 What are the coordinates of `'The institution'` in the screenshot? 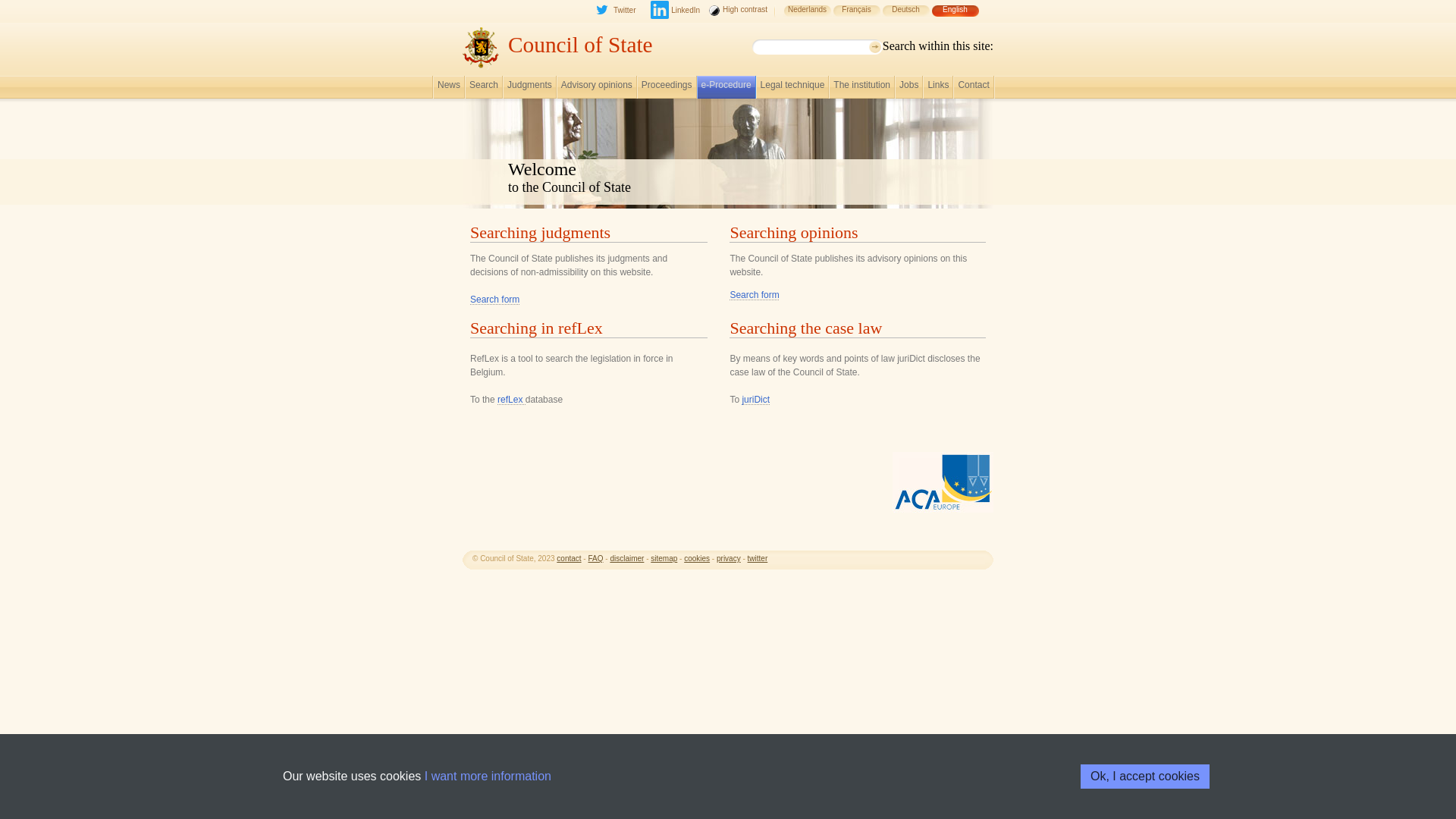 It's located at (861, 89).